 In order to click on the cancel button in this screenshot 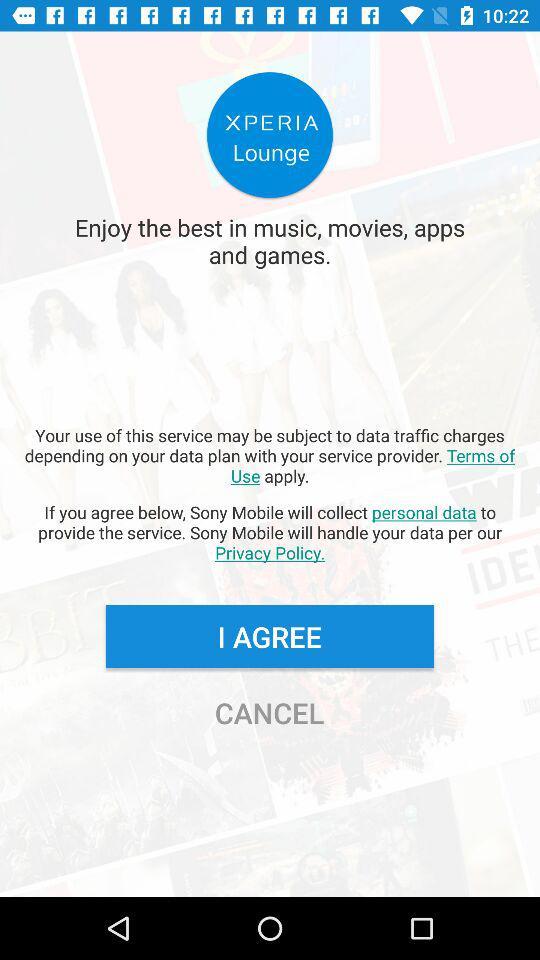, I will do `click(269, 712)`.